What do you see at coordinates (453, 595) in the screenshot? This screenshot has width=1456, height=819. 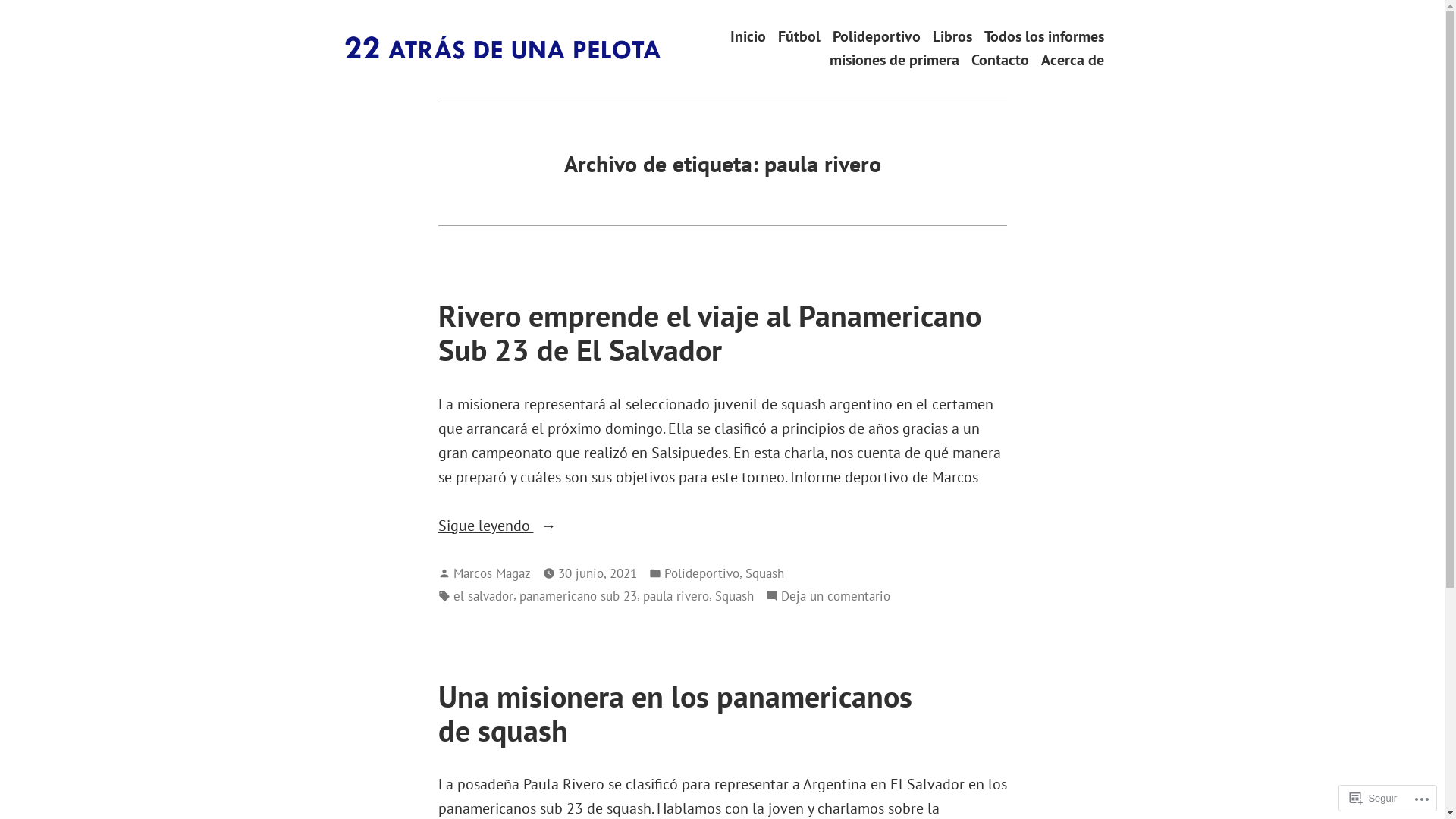 I see `'el salvador'` at bounding box center [453, 595].